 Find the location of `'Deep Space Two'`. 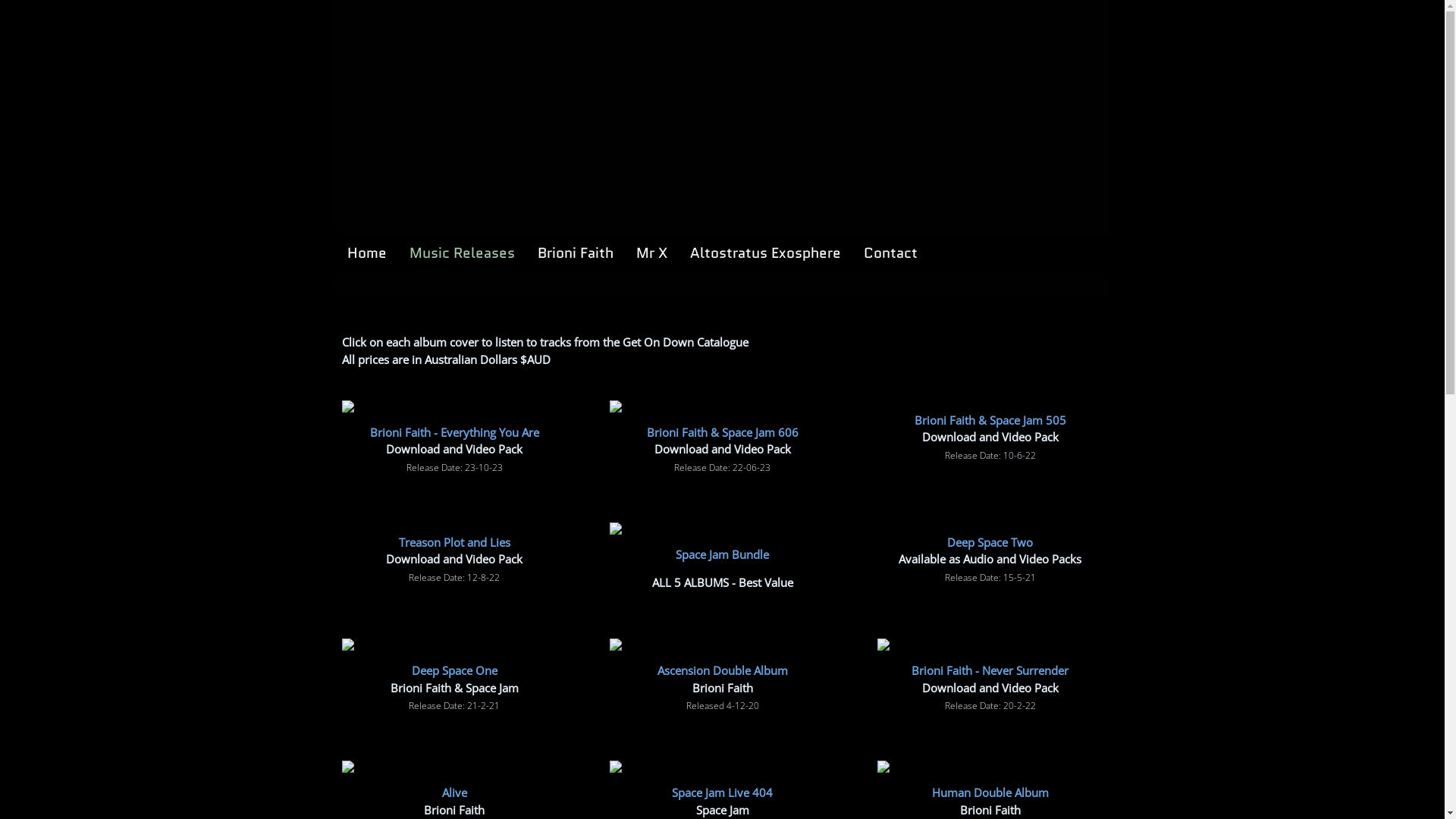

'Deep Space Two' is located at coordinates (990, 540).